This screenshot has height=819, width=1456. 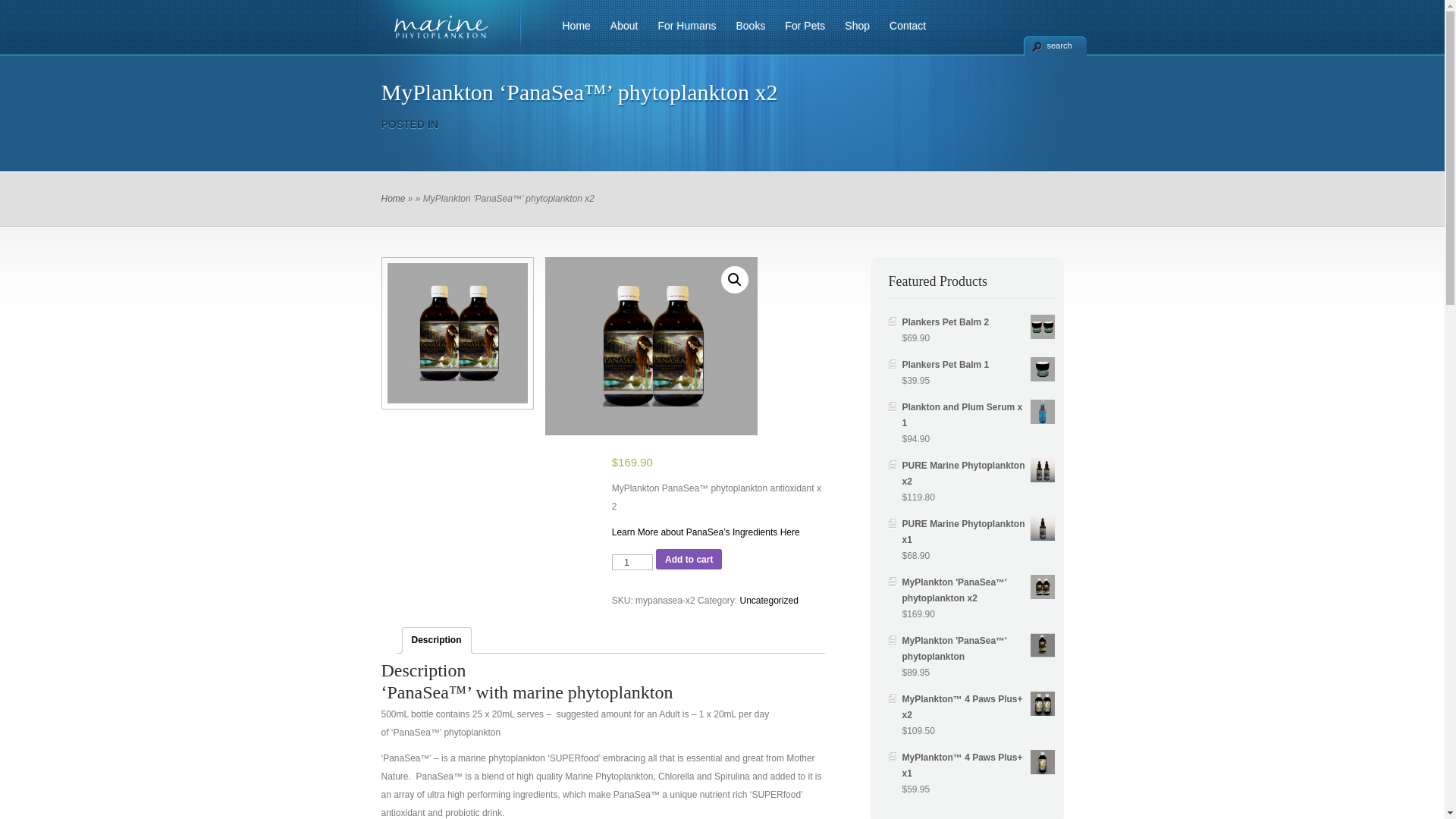 What do you see at coordinates (723, 34) in the screenshot?
I see `'Books'` at bounding box center [723, 34].